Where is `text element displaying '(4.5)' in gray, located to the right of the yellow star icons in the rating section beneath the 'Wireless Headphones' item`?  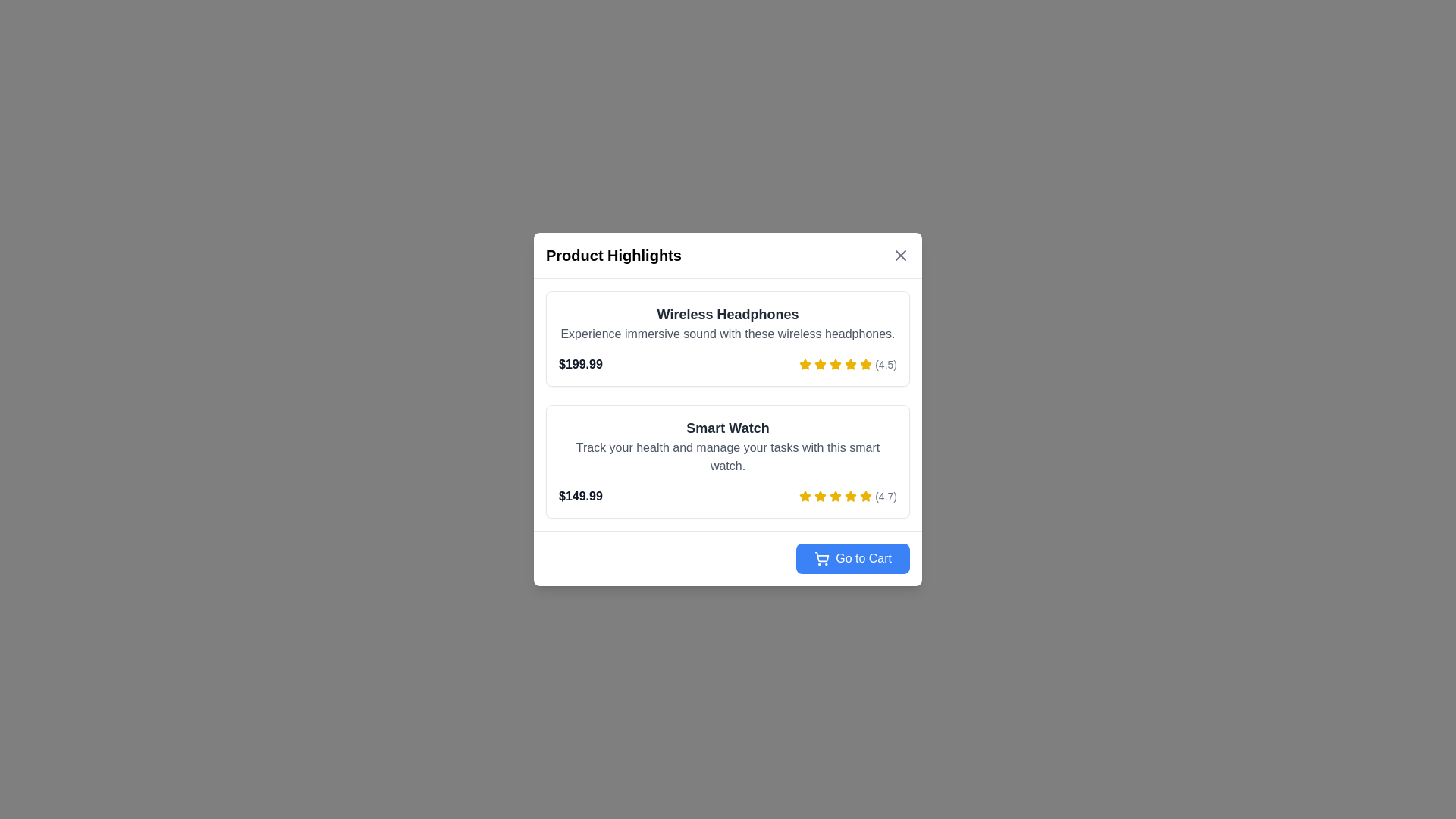 text element displaying '(4.5)' in gray, located to the right of the yellow star icons in the rating section beneath the 'Wireless Headphones' item is located at coordinates (886, 365).